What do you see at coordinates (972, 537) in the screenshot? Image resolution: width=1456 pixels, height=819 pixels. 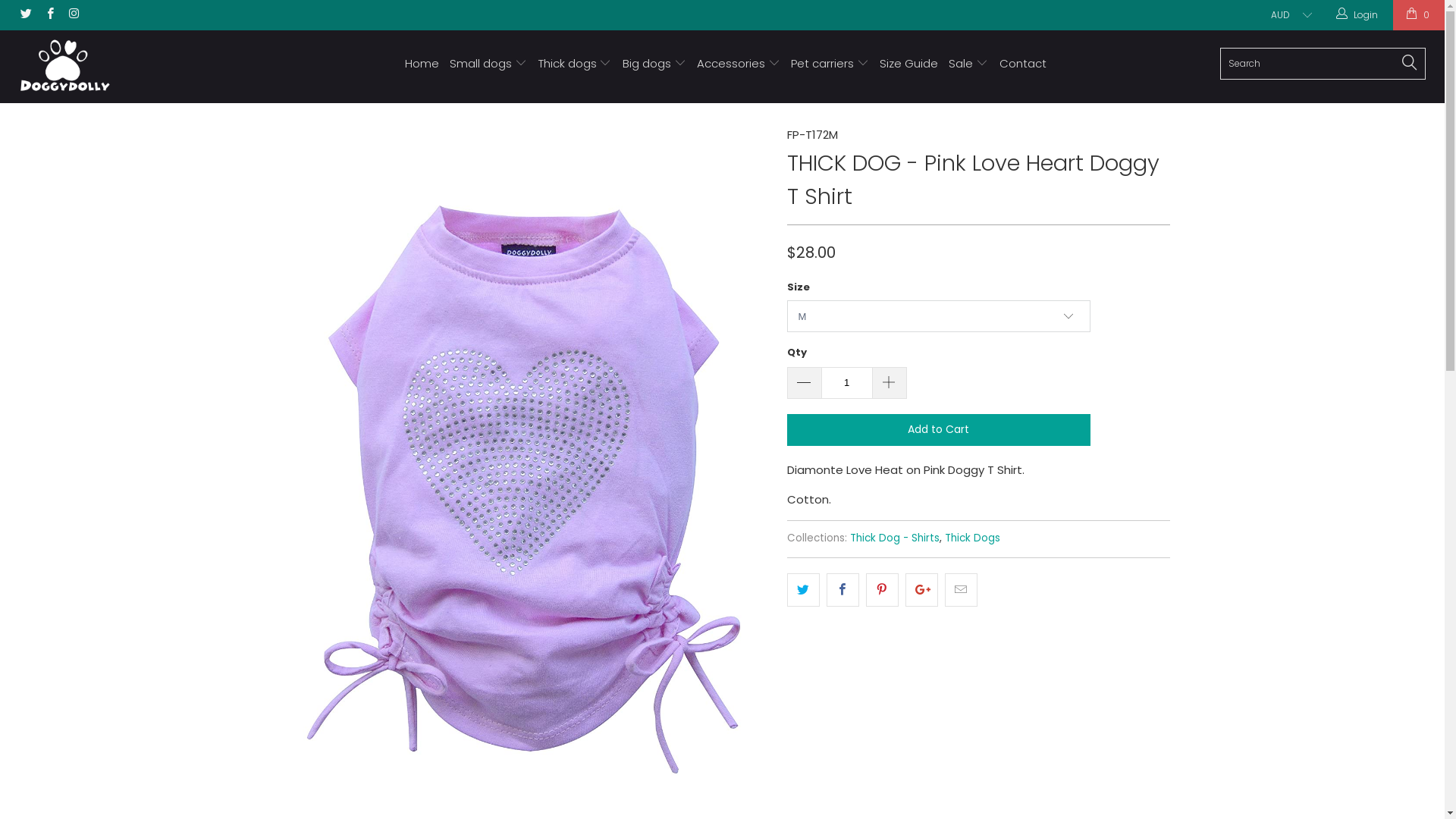 I see `'Thick Dogs'` at bounding box center [972, 537].